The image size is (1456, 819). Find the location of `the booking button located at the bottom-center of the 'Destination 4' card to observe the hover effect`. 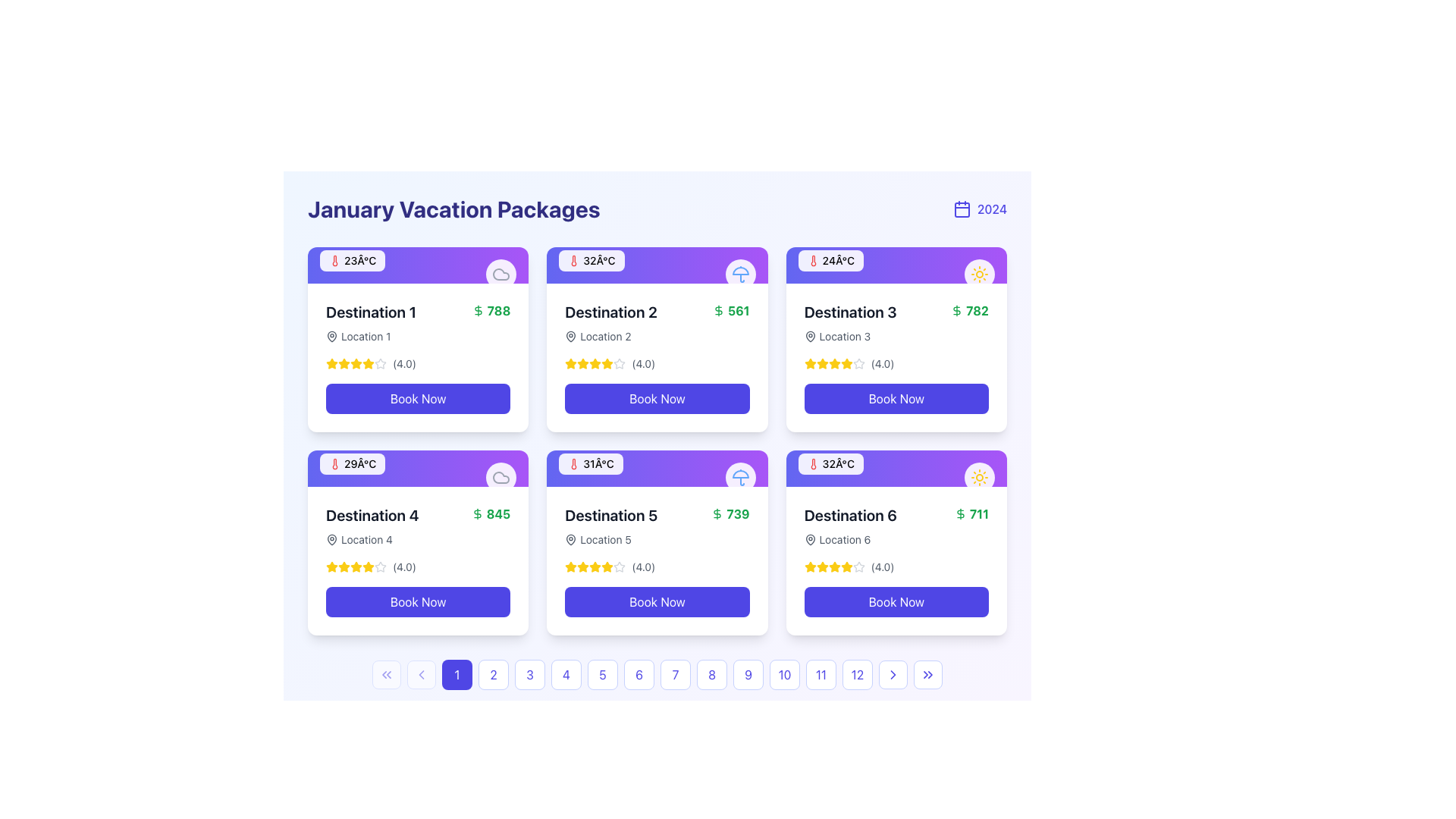

the booking button located at the bottom-center of the 'Destination 4' card to observe the hover effect is located at coordinates (418, 601).